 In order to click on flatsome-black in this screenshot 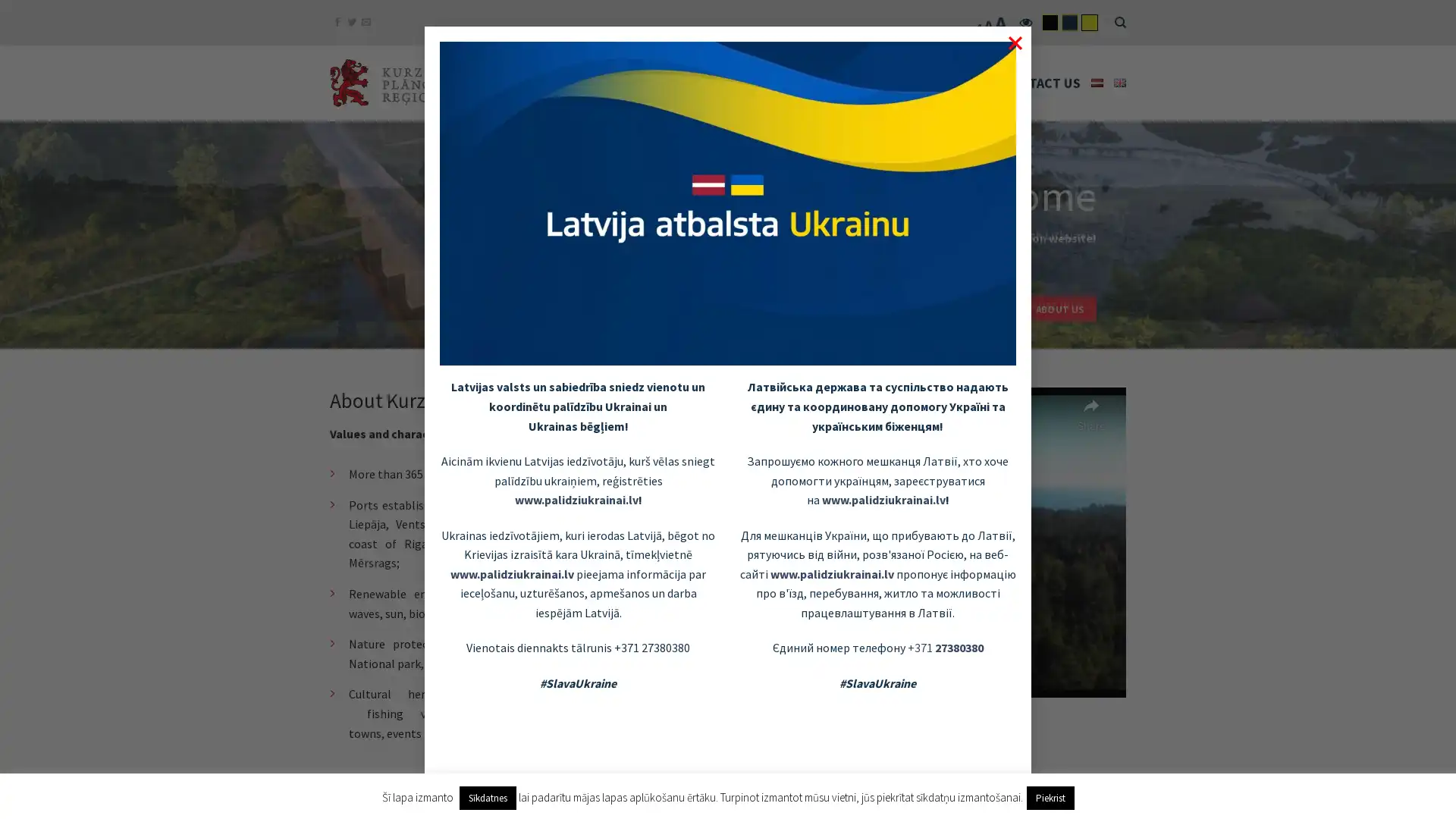, I will do `click(1050, 22)`.